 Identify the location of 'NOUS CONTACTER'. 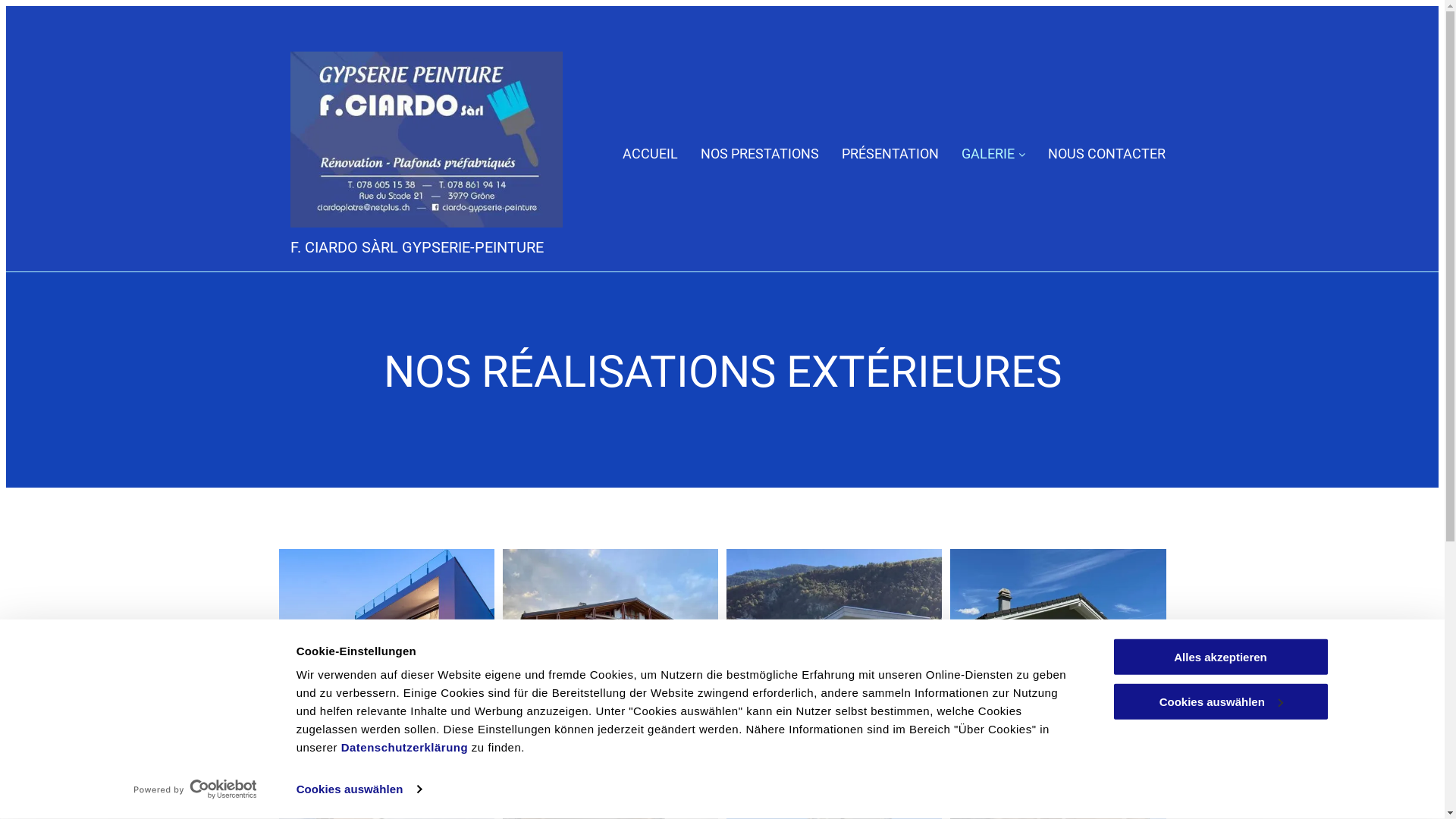
(1106, 154).